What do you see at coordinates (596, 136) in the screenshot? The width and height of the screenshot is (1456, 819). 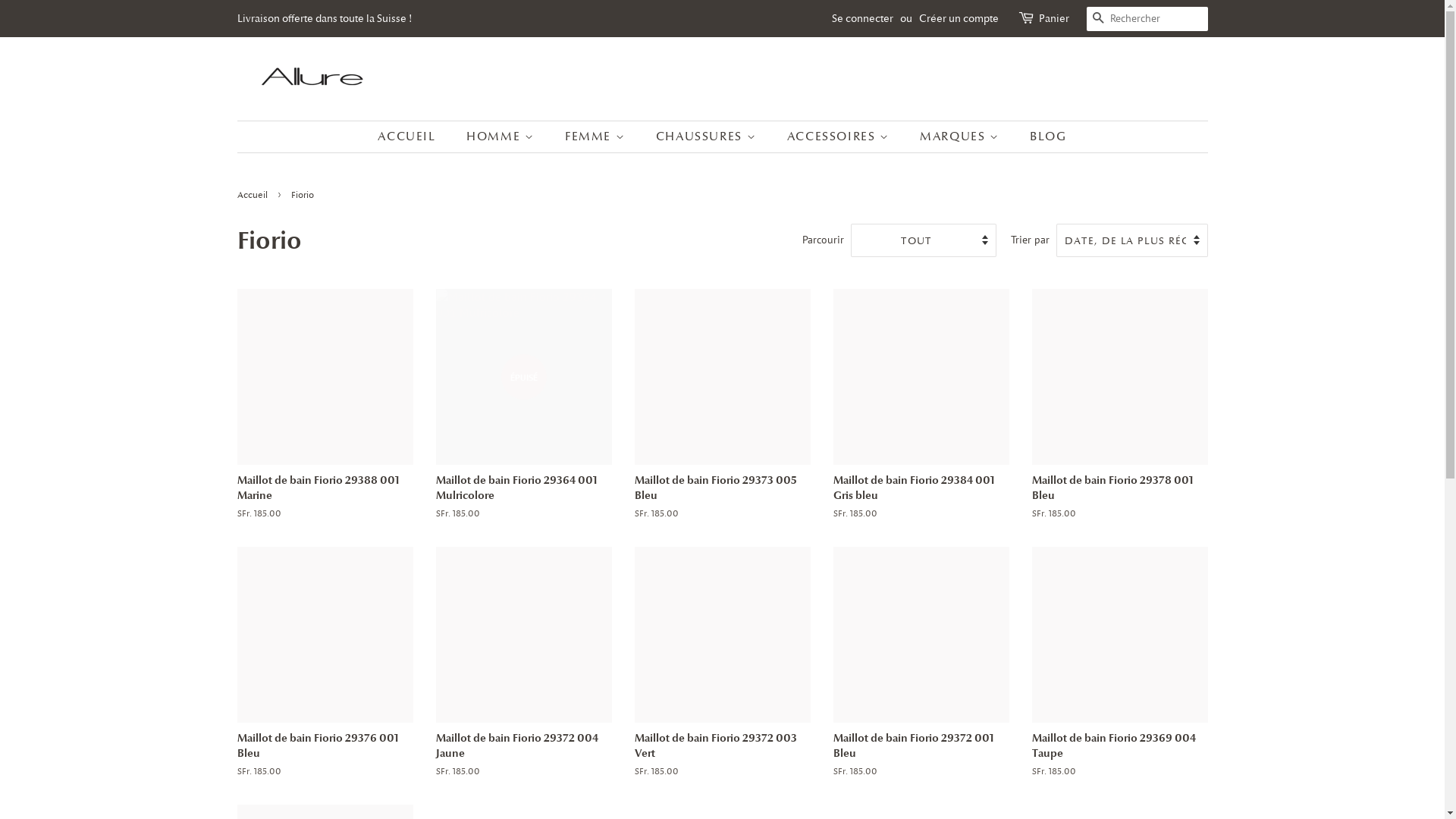 I see `'FEMME'` at bounding box center [596, 136].